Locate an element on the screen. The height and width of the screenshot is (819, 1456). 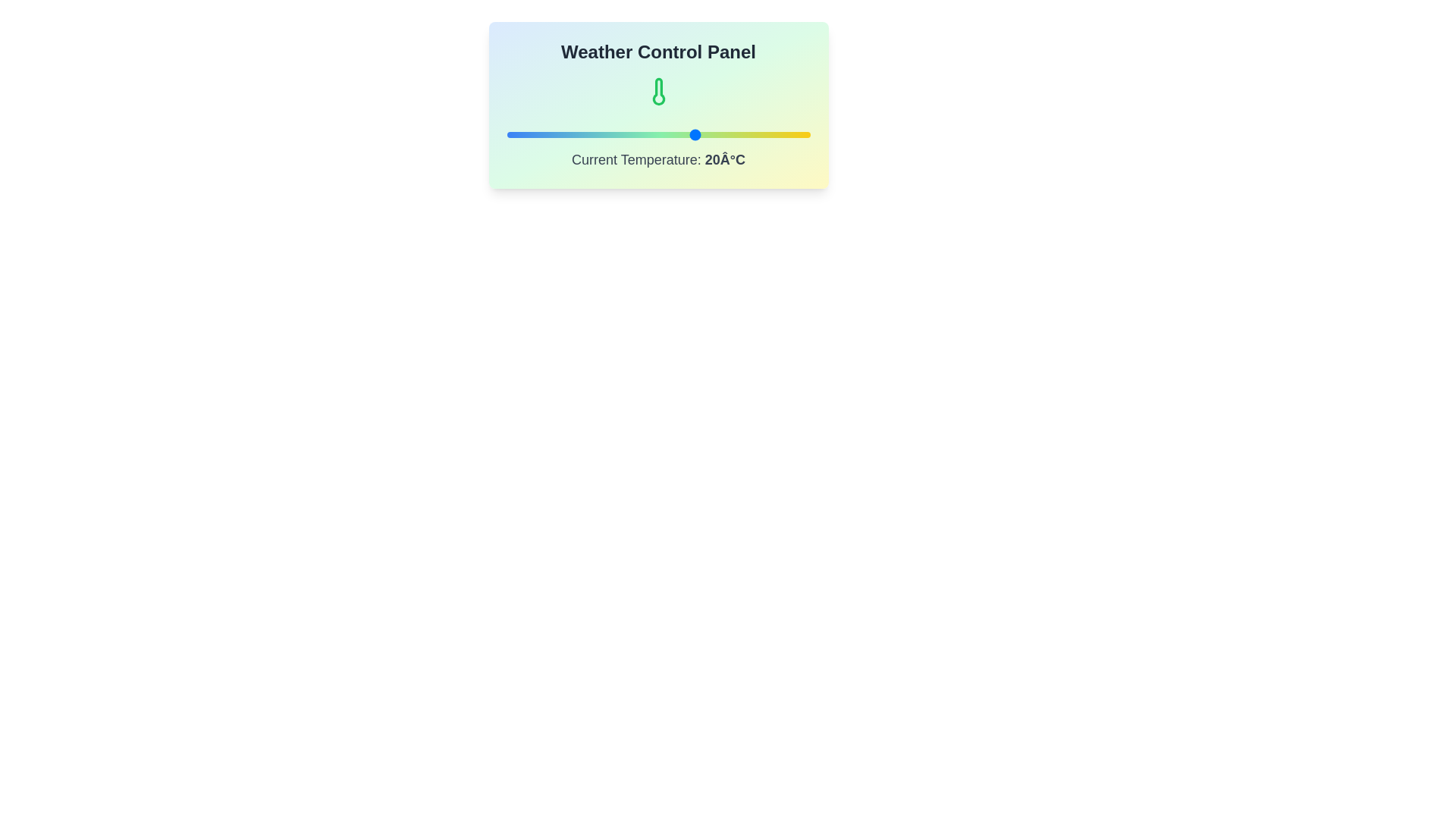
the temperature to 28°C using the slider is located at coordinates (726, 133).